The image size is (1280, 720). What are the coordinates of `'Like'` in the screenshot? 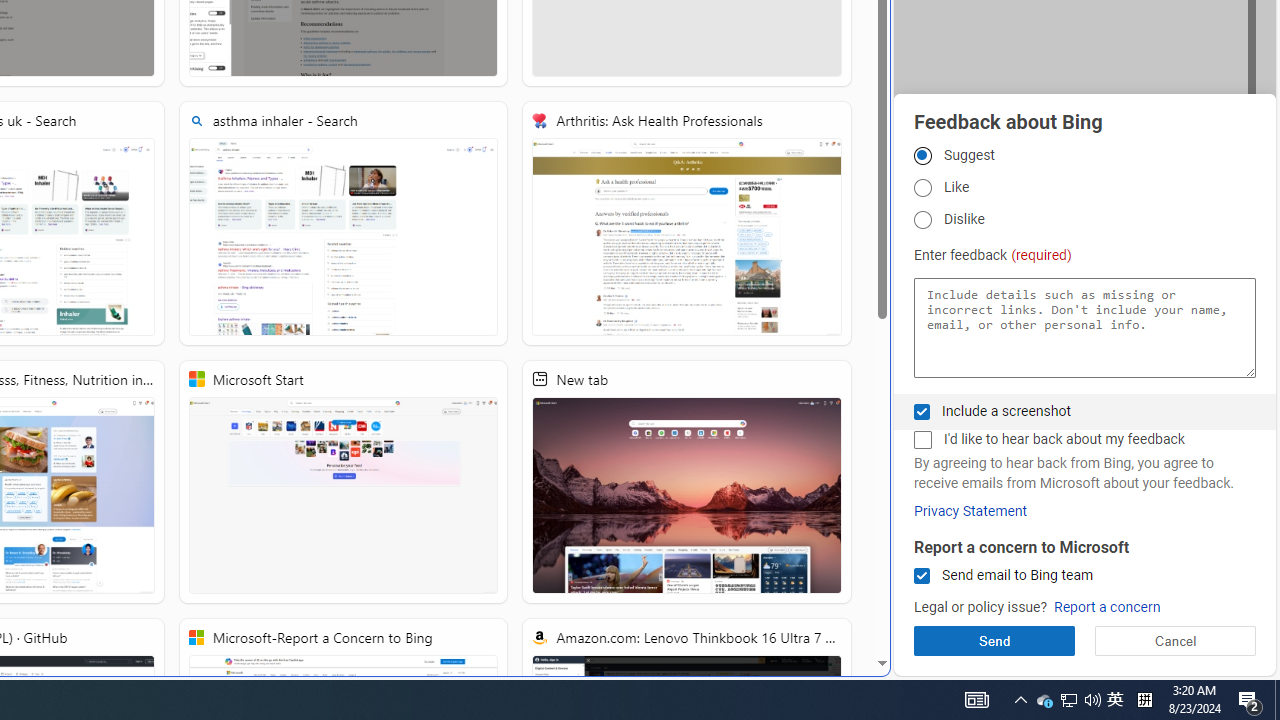 It's located at (921, 188).